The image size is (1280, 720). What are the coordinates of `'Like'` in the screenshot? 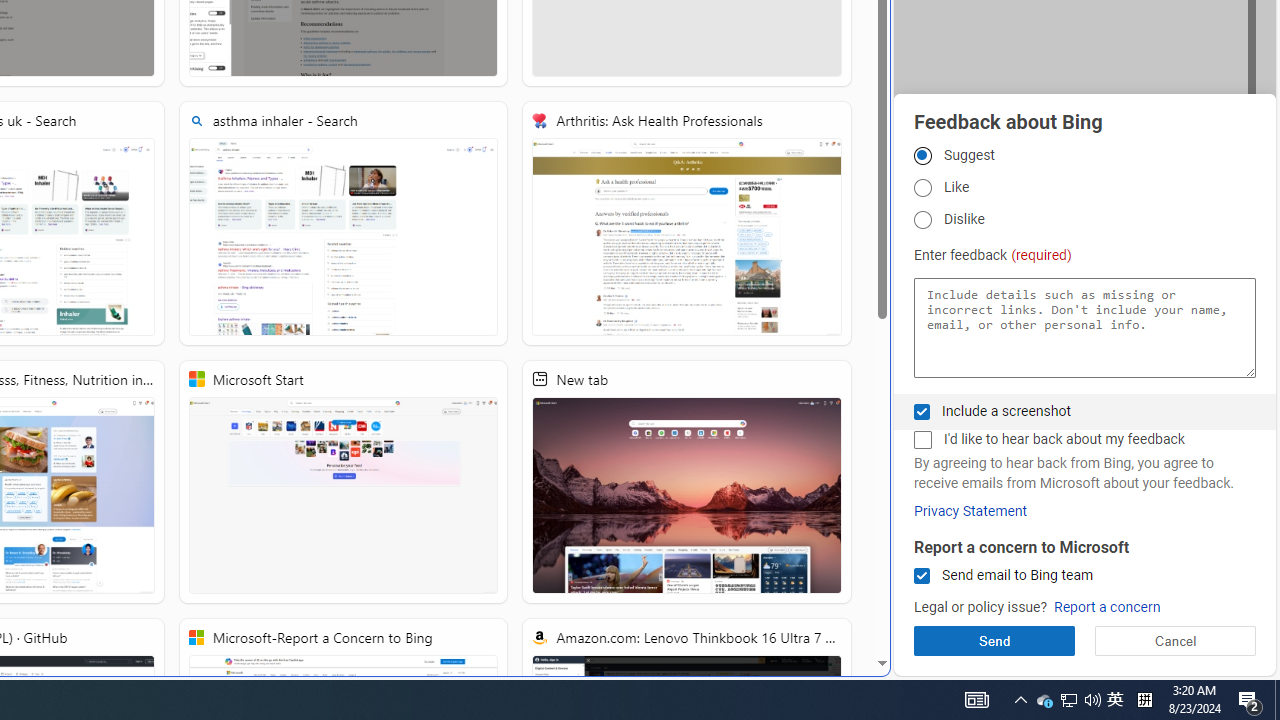 It's located at (921, 188).